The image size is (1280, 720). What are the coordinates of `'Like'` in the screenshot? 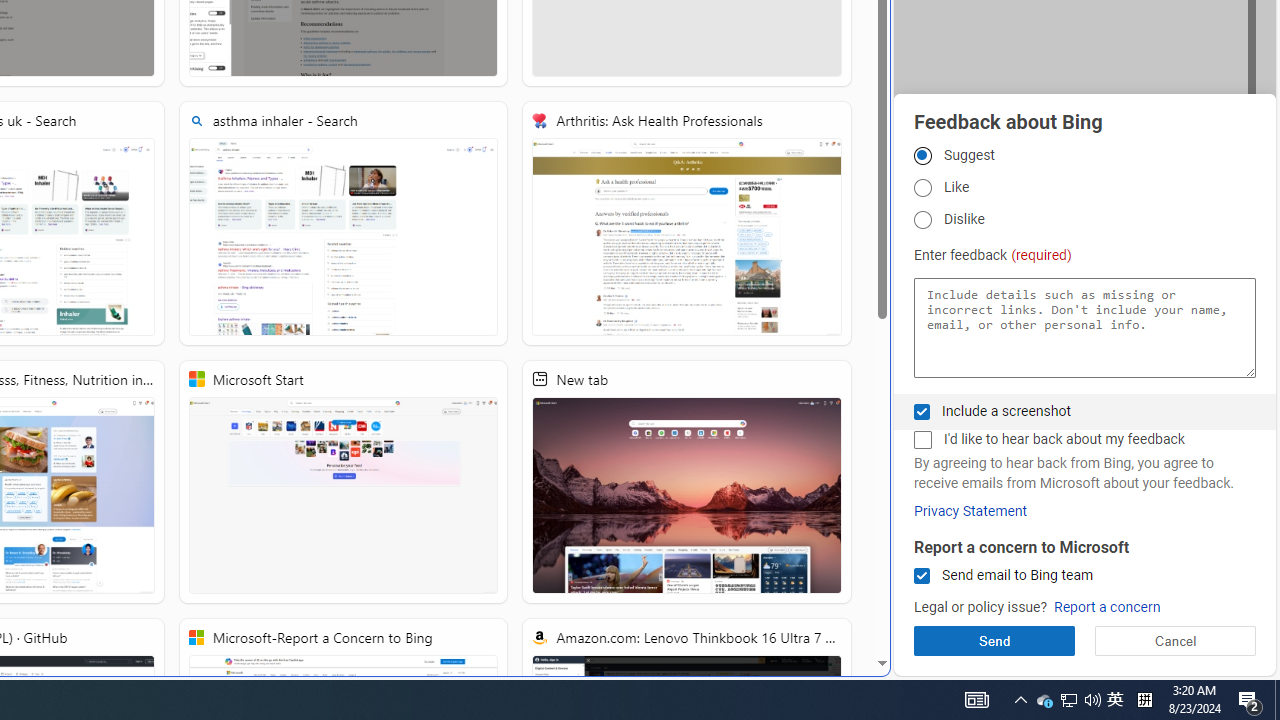 It's located at (921, 188).